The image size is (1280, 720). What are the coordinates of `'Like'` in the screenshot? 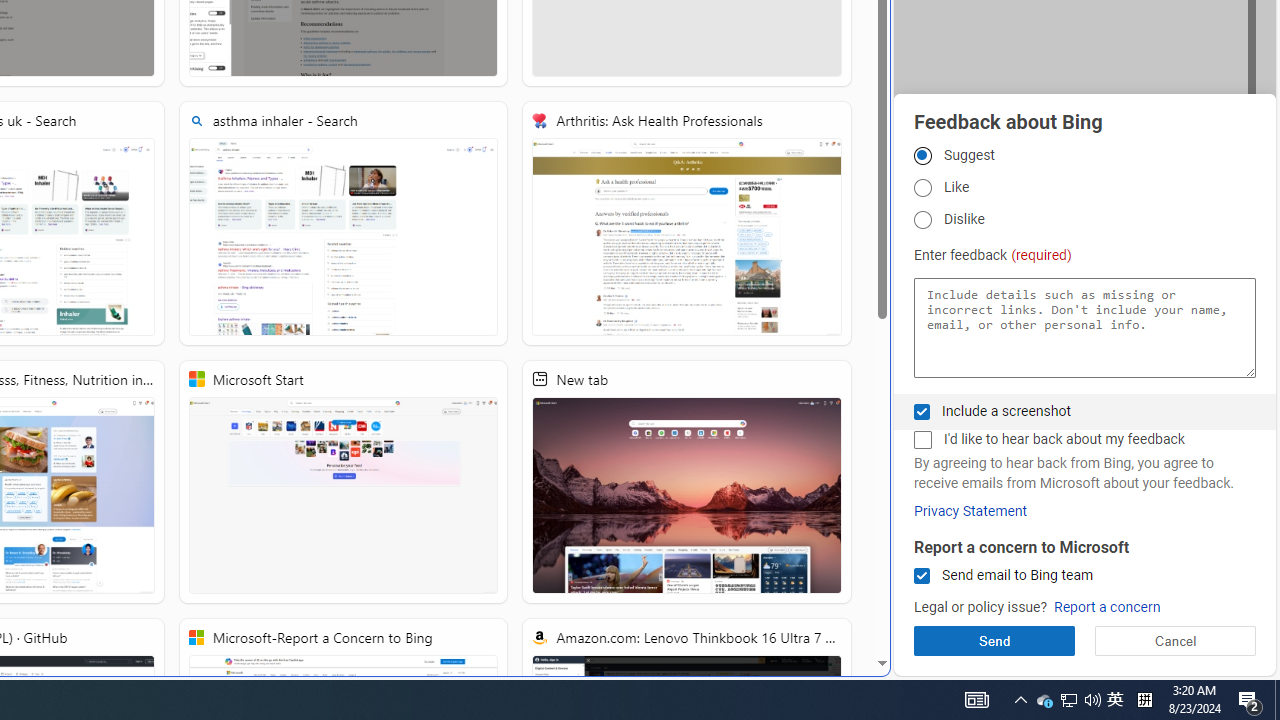 It's located at (921, 188).